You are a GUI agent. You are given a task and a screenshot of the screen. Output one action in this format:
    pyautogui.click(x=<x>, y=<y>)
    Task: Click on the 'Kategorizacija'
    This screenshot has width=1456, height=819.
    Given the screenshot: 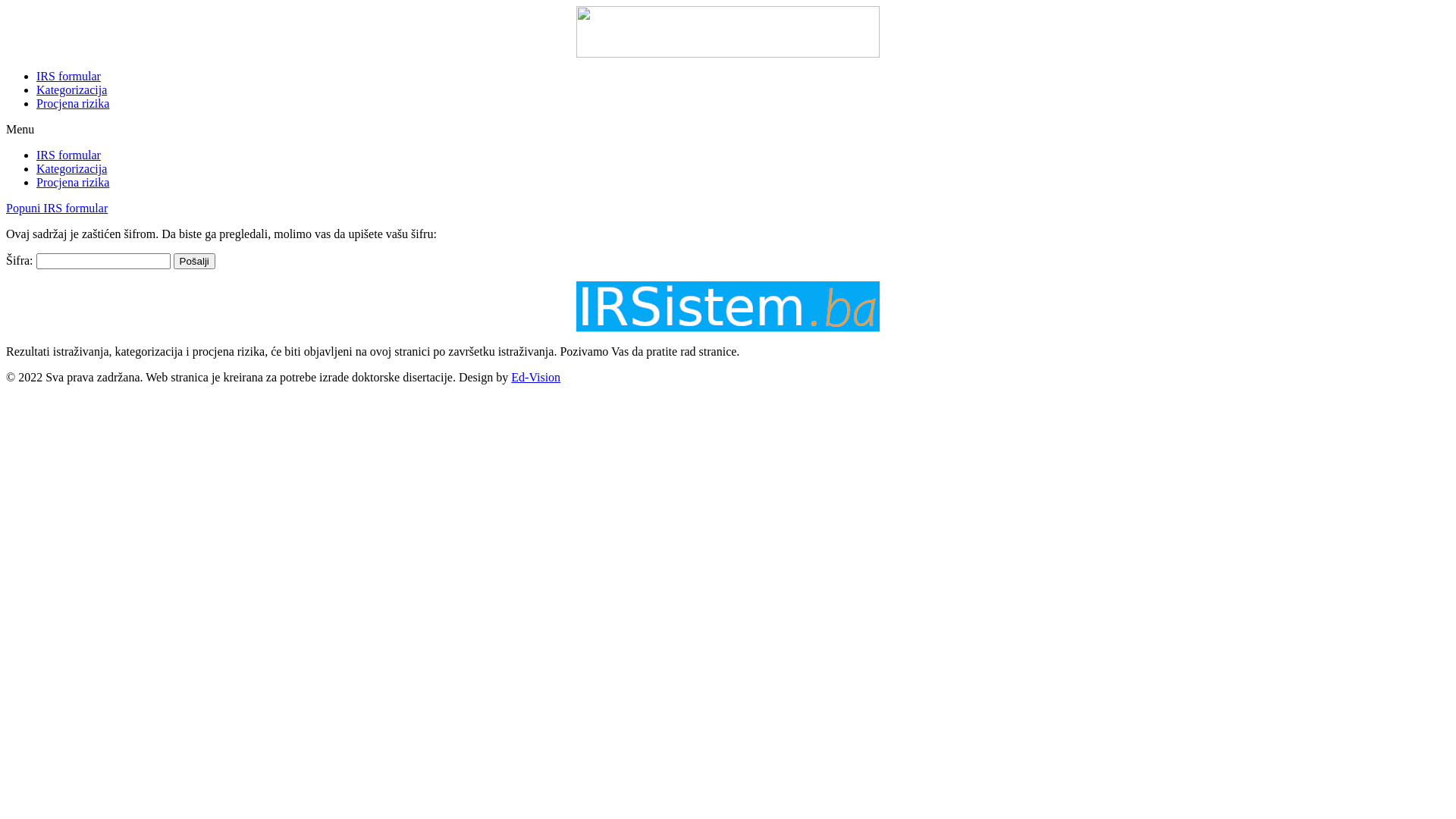 What is the action you would take?
    pyautogui.click(x=36, y=168)
    